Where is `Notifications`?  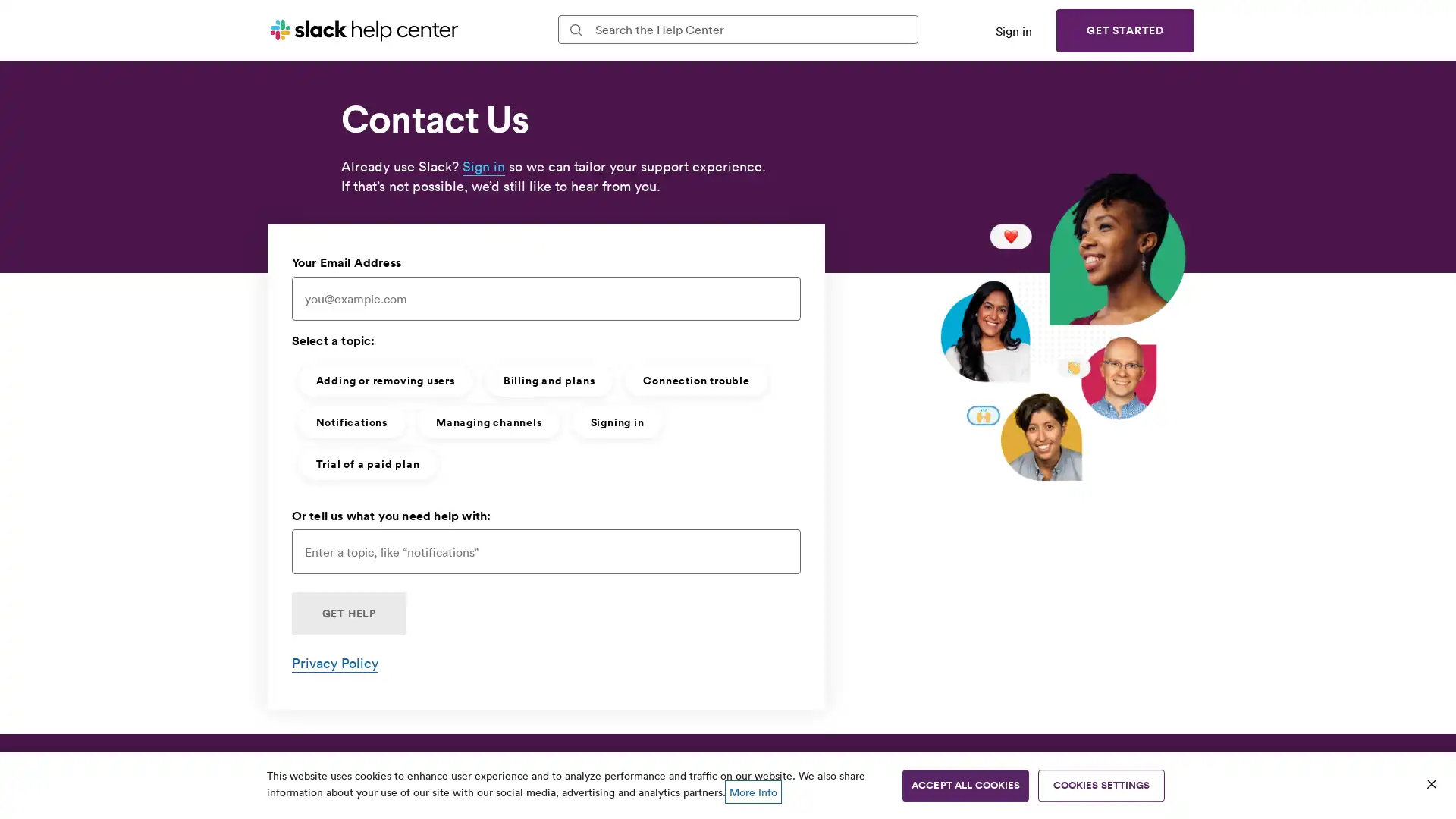 Notifications is located at coordinates (350, 421).